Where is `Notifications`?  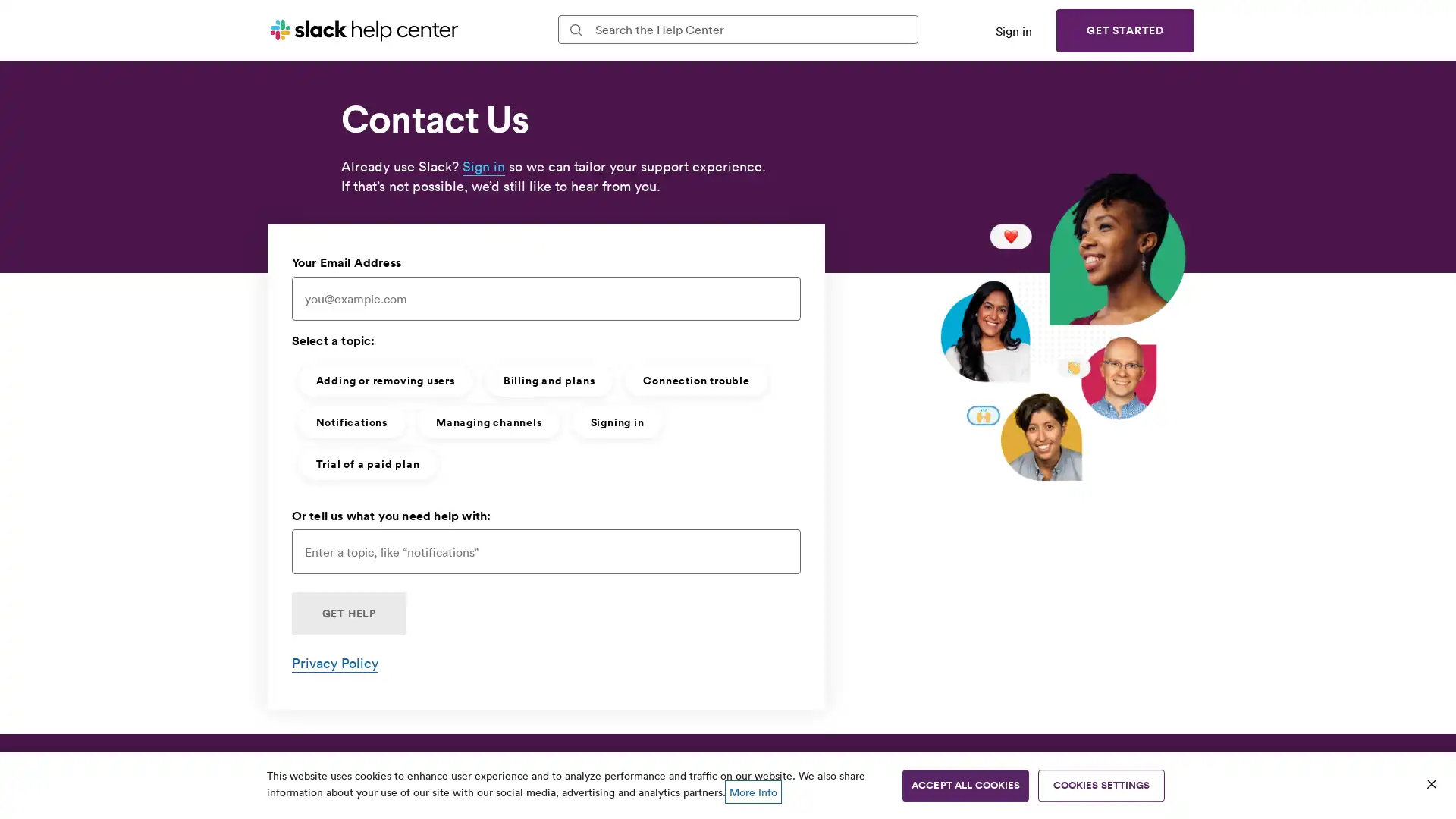 Notifications is located at coordinates (350, 421).